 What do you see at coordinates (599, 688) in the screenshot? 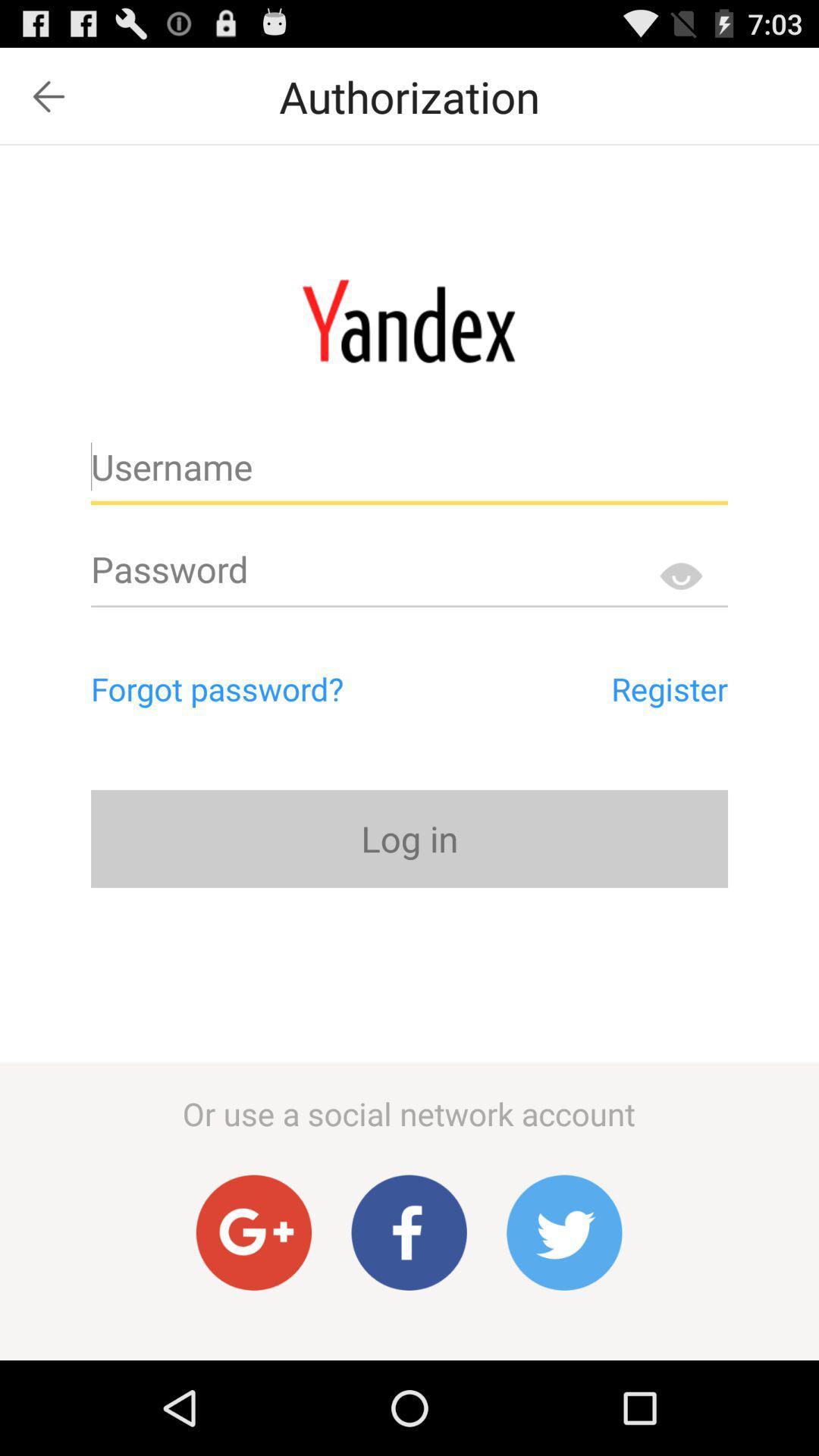
I see `the app to the right of the forgot password?` at bounding box center [599, 688].